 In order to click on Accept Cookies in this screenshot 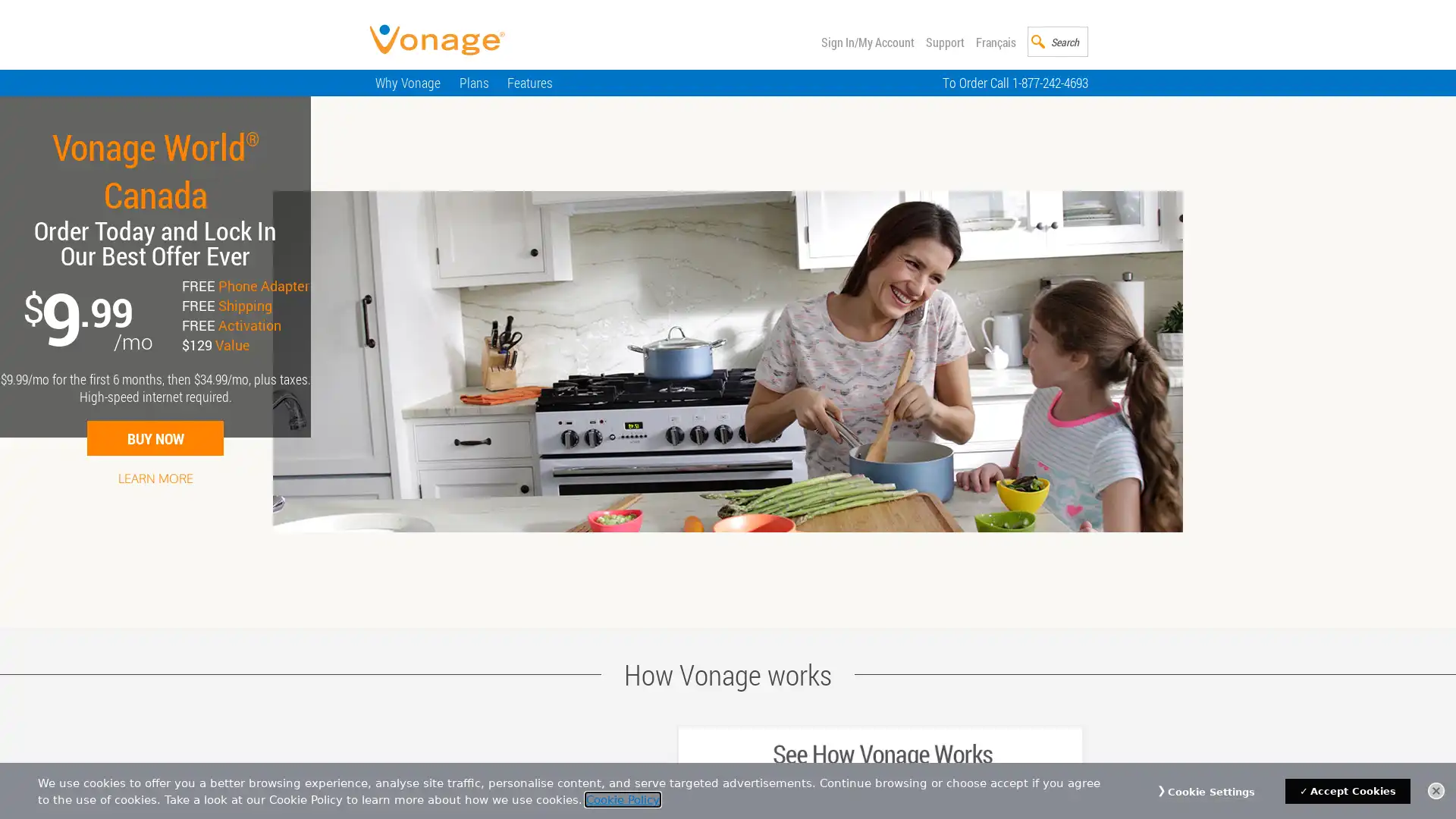, I will do `click(1348, 790)`.